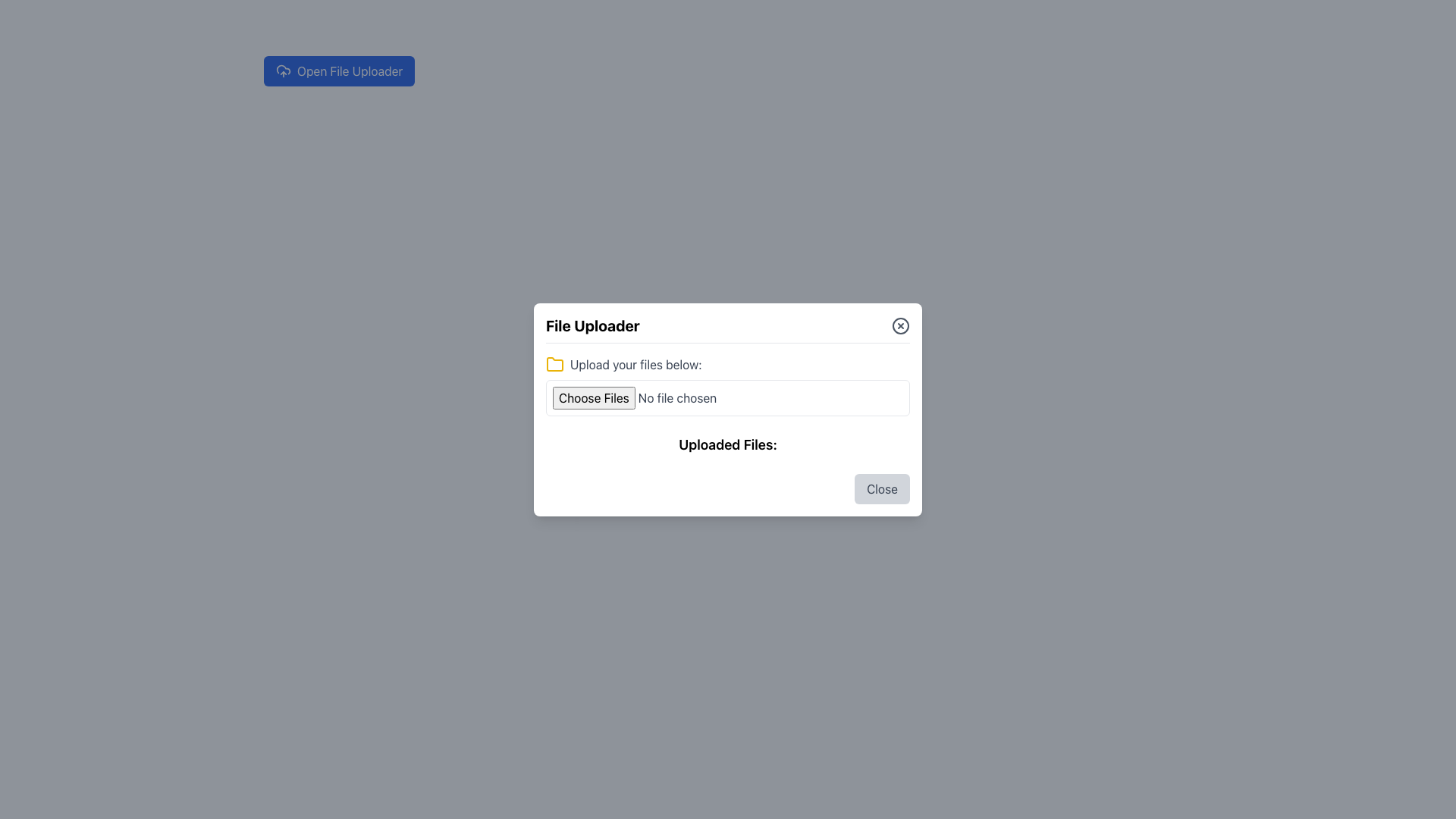 The height and width of the screenshot is (819, 1456). I want to click on the circular close button with an 'X' symbol located in the top-right corner of the 'File Uploader' modal, so click(901, 324).